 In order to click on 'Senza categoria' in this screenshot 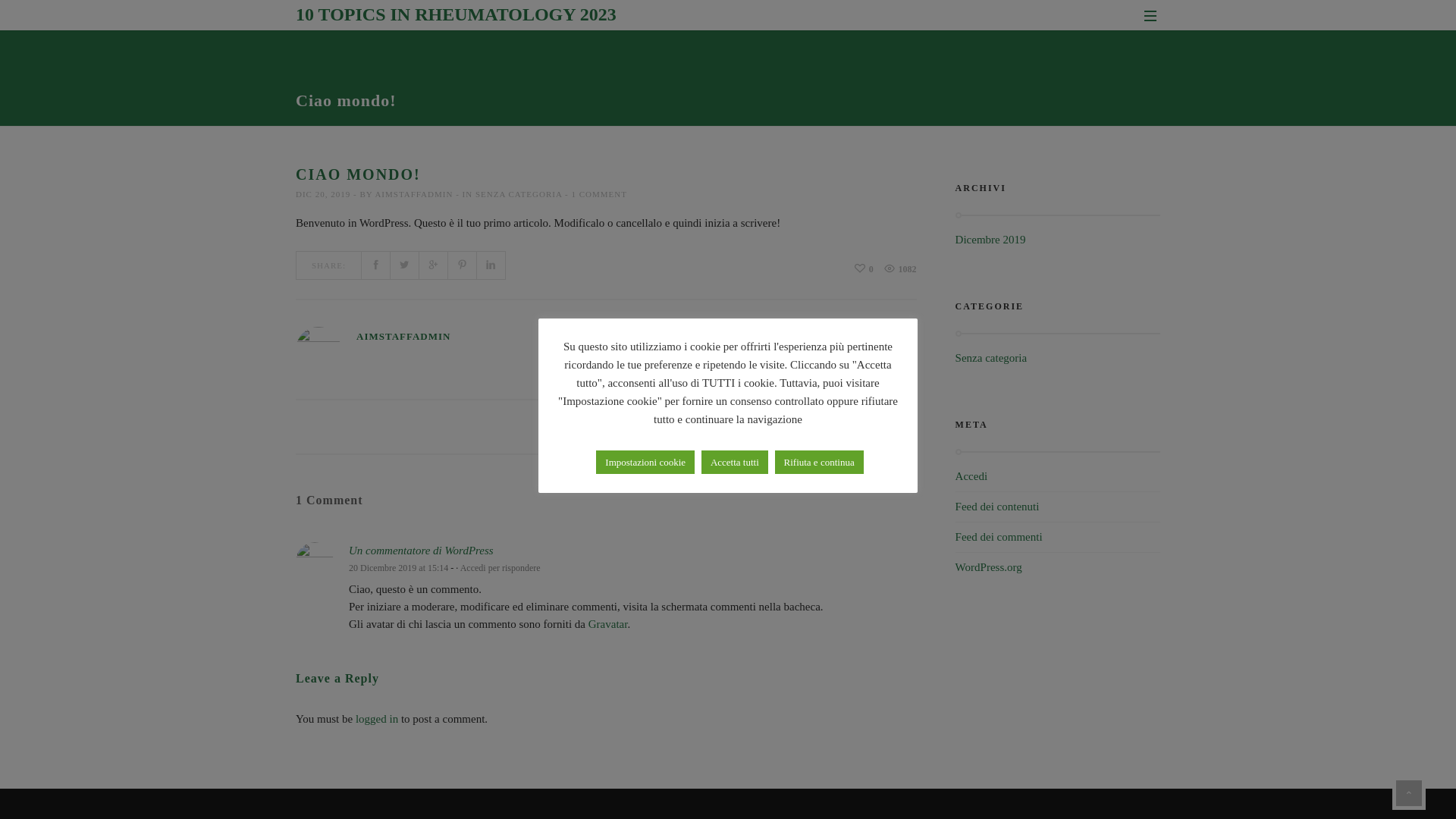, I will do `click(991, 357)`.